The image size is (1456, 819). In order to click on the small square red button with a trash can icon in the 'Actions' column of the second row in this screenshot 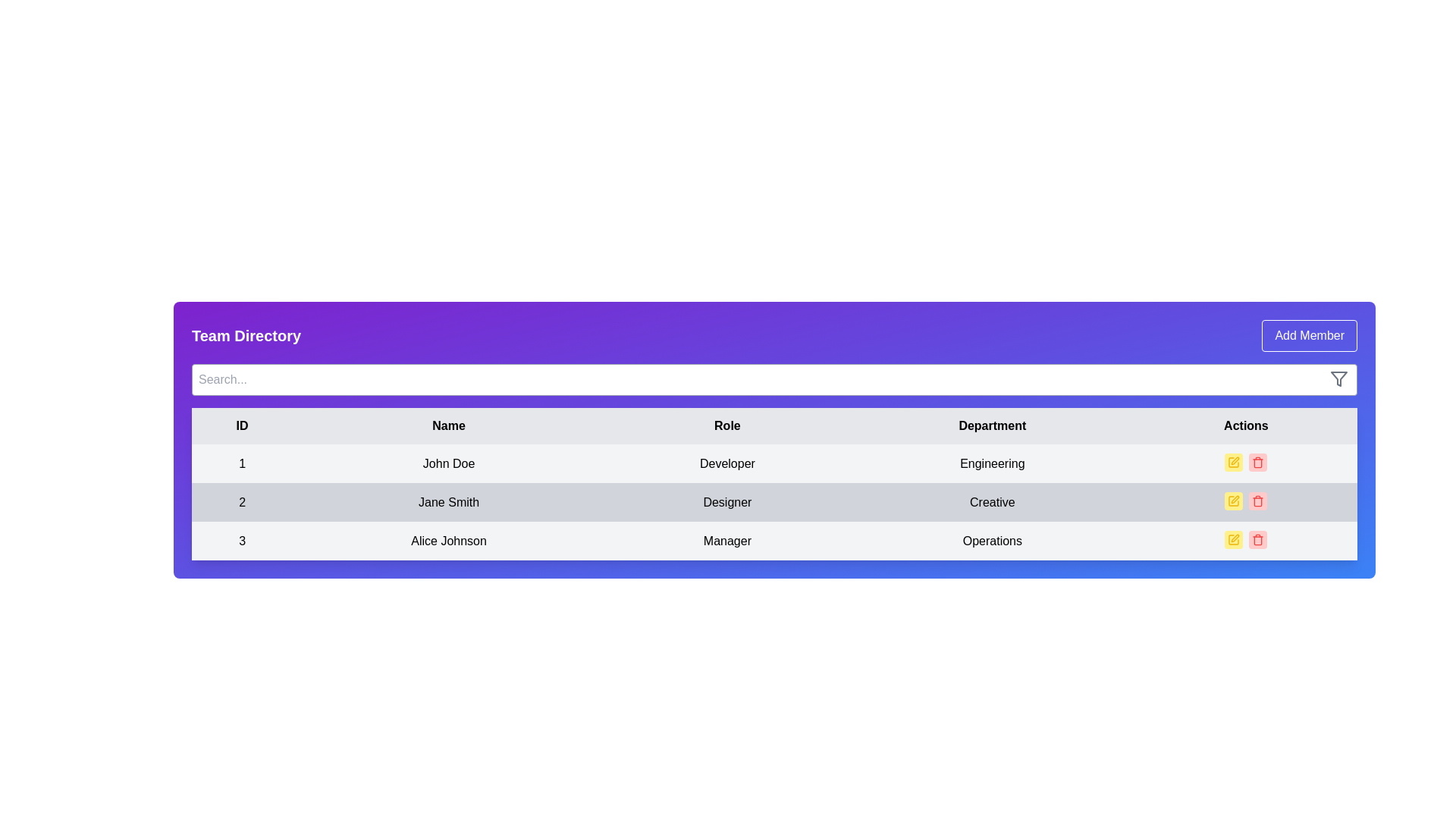, I will do `click(1258, 500)`.